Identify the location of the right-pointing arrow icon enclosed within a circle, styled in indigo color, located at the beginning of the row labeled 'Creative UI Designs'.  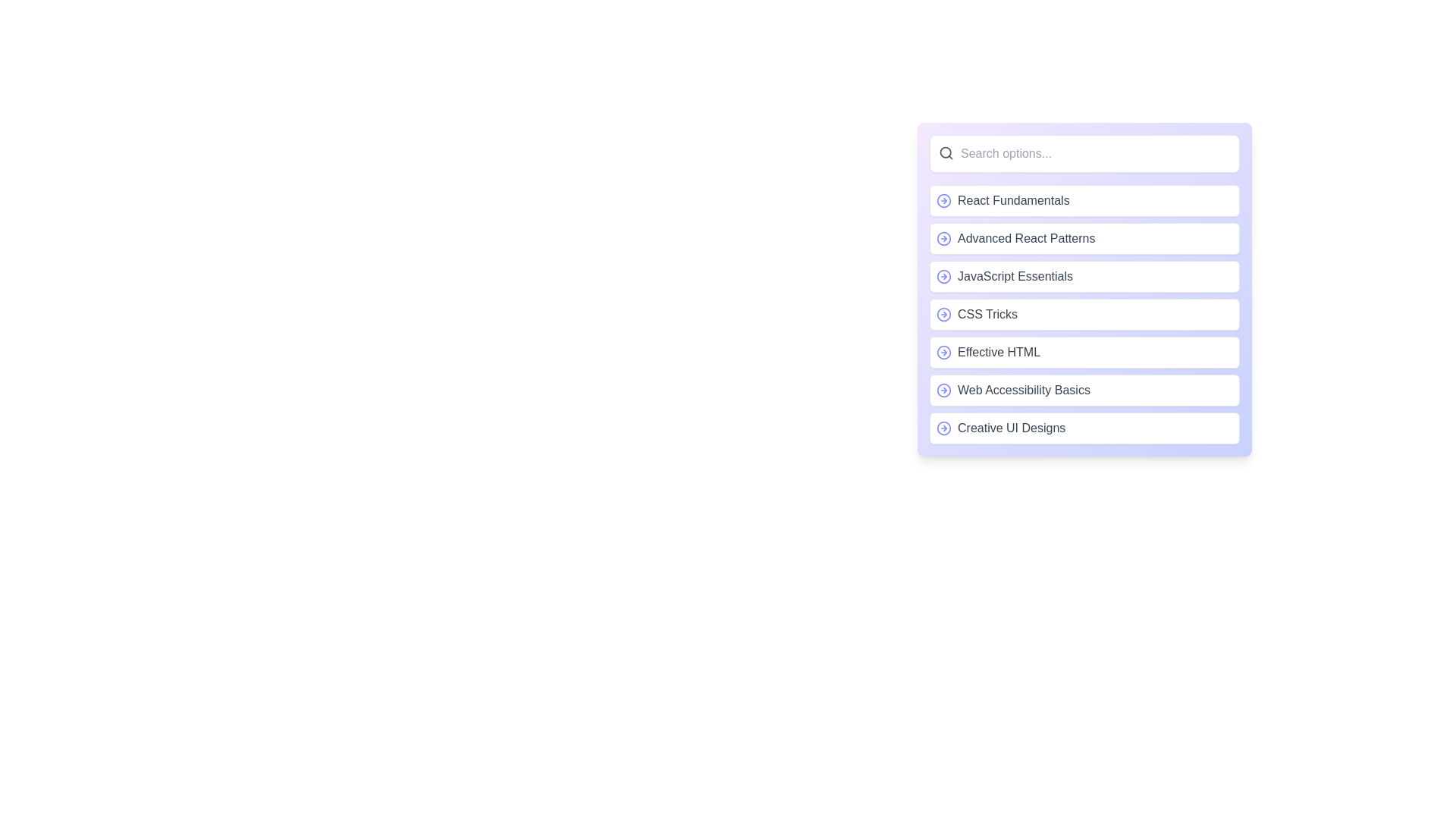
(943, 428).